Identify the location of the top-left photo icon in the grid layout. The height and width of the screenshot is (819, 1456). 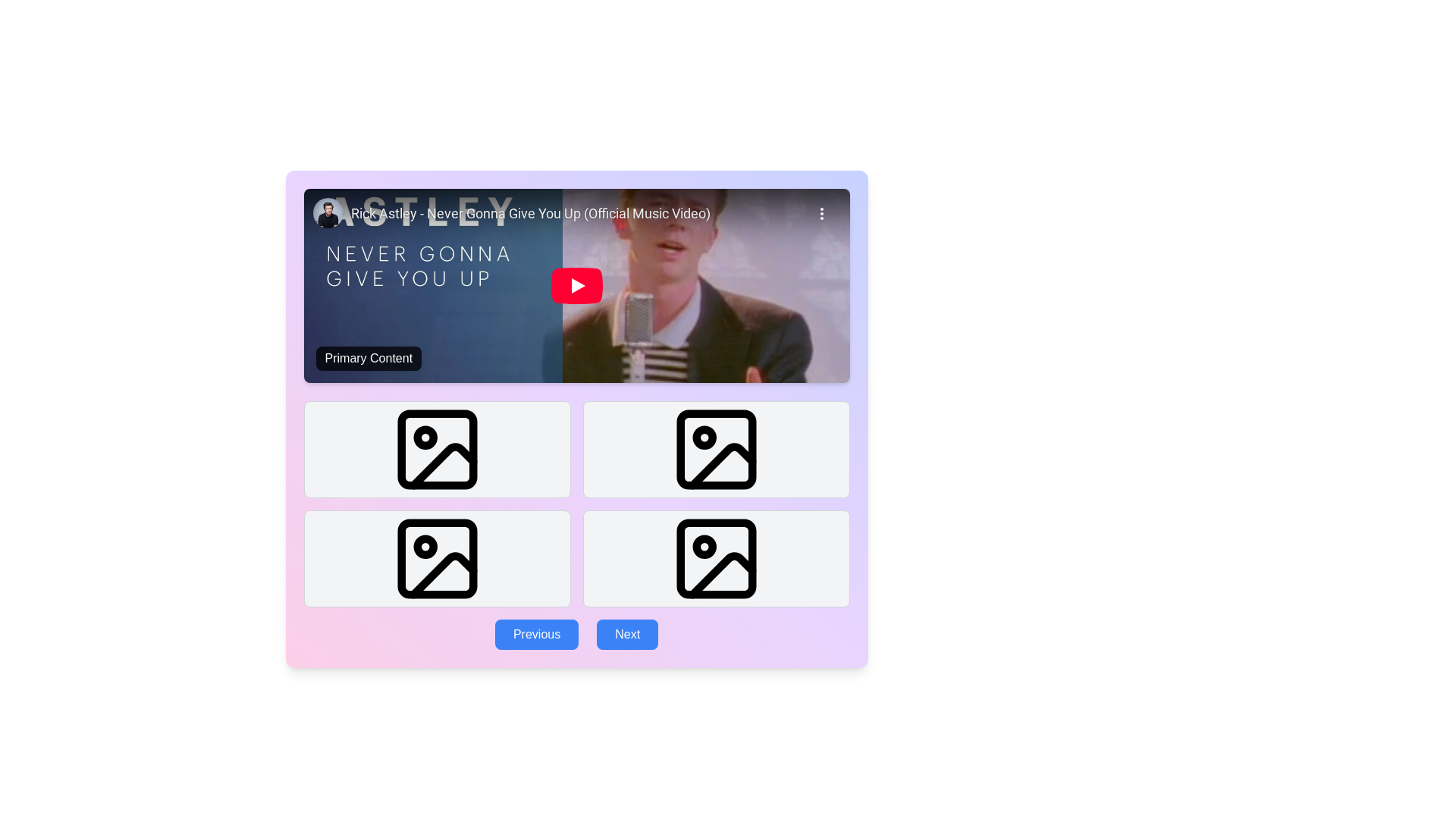
(436, 449).